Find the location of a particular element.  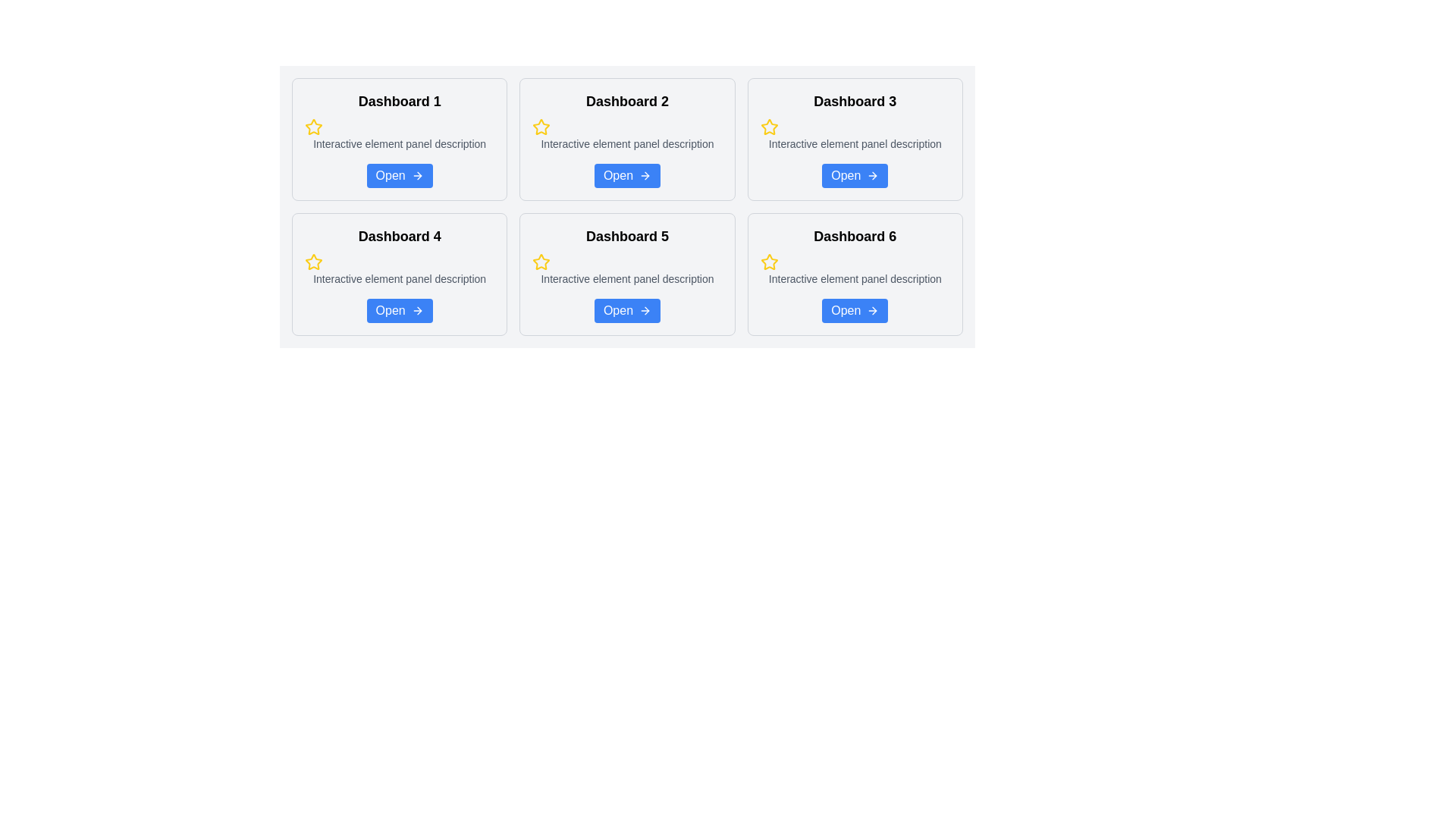

the rightward-pointing arrow icon located within the 'Open' button of the second dashboard panel in the grid layout is located at coordinates (645, 174).